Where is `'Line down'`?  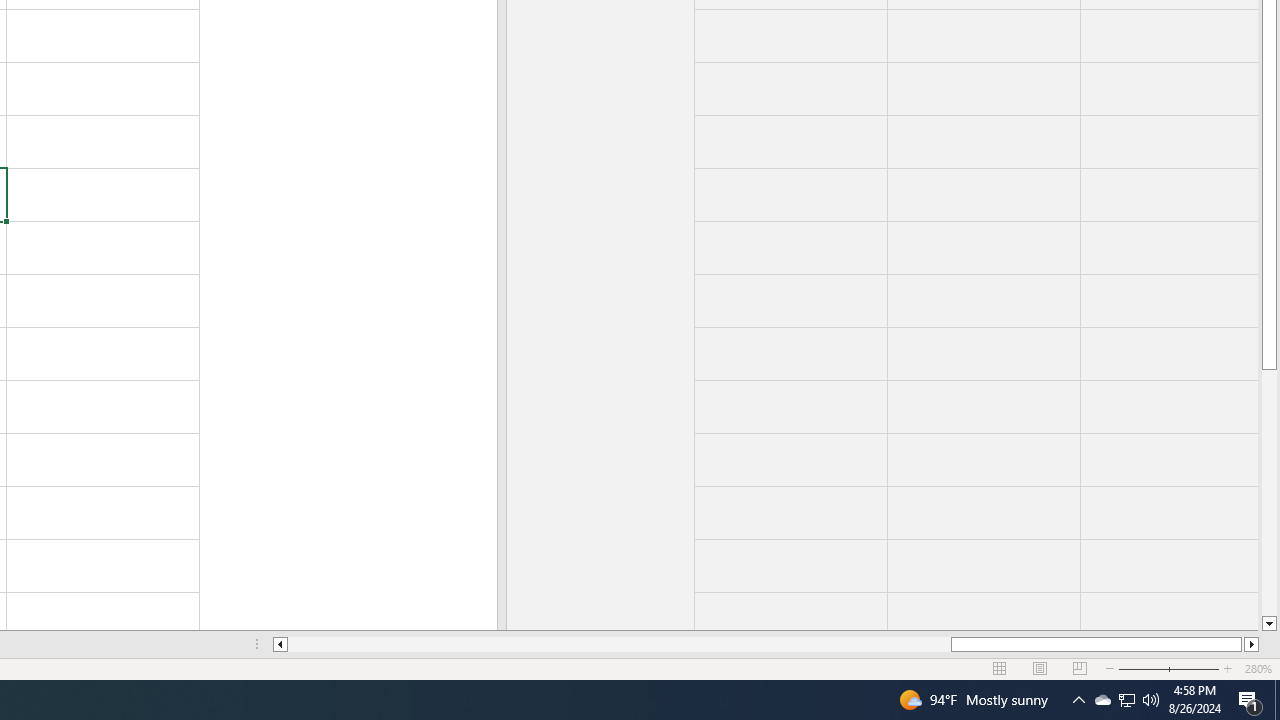 'Line down' is located at coordinates (1268, 623).